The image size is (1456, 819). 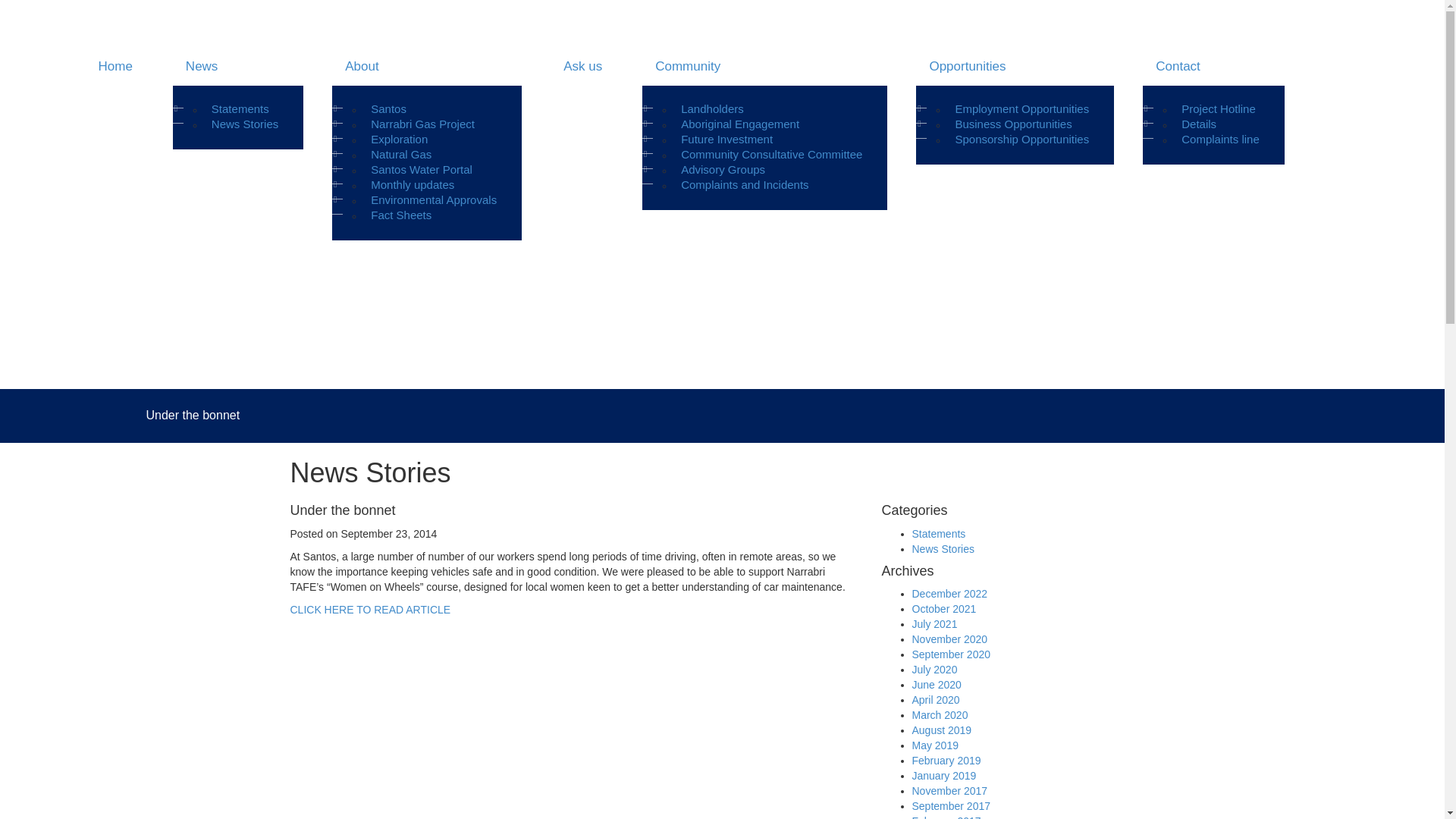 I want to click on 'November 2020', so click(x=910, y=639).